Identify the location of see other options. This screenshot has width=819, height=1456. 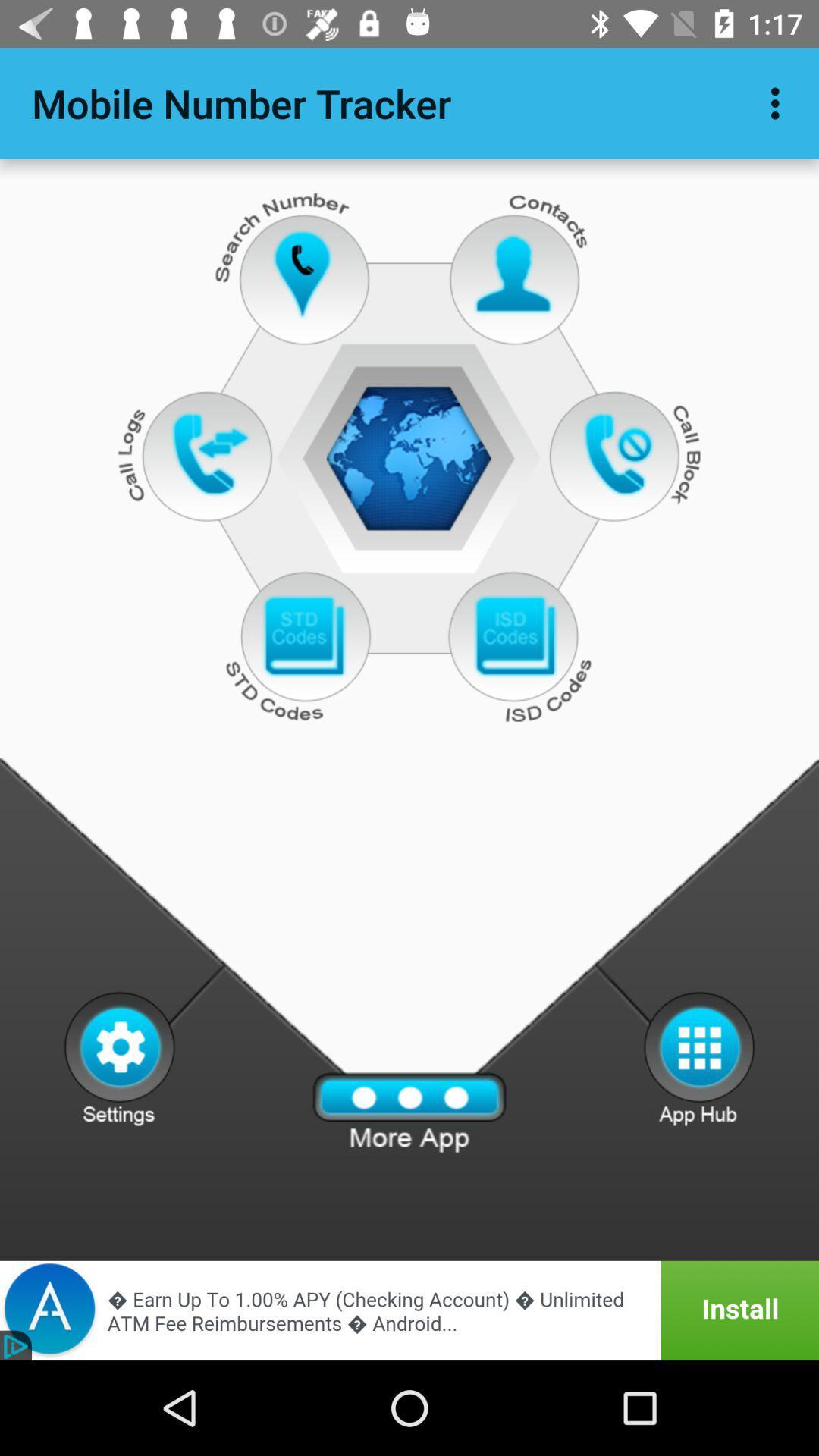
(699, 1057).